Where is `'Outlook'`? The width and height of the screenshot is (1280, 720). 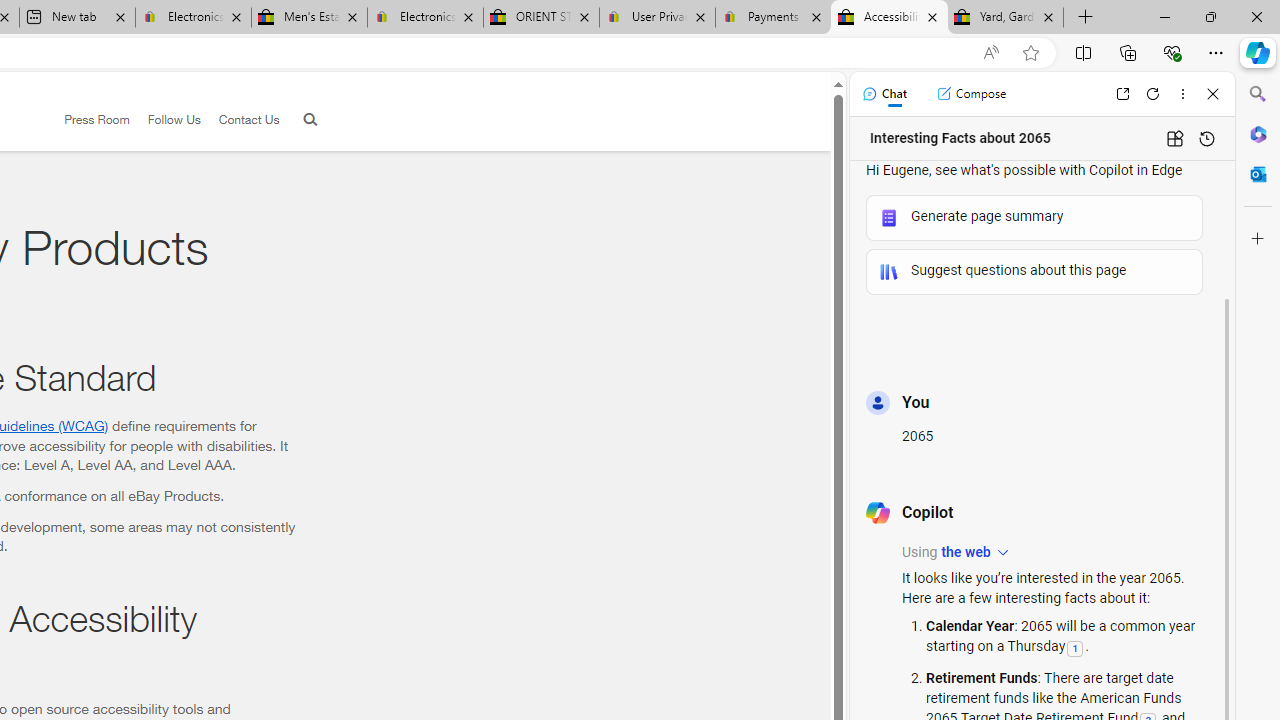 'Outlook' is located at coordinates (1257, 173).